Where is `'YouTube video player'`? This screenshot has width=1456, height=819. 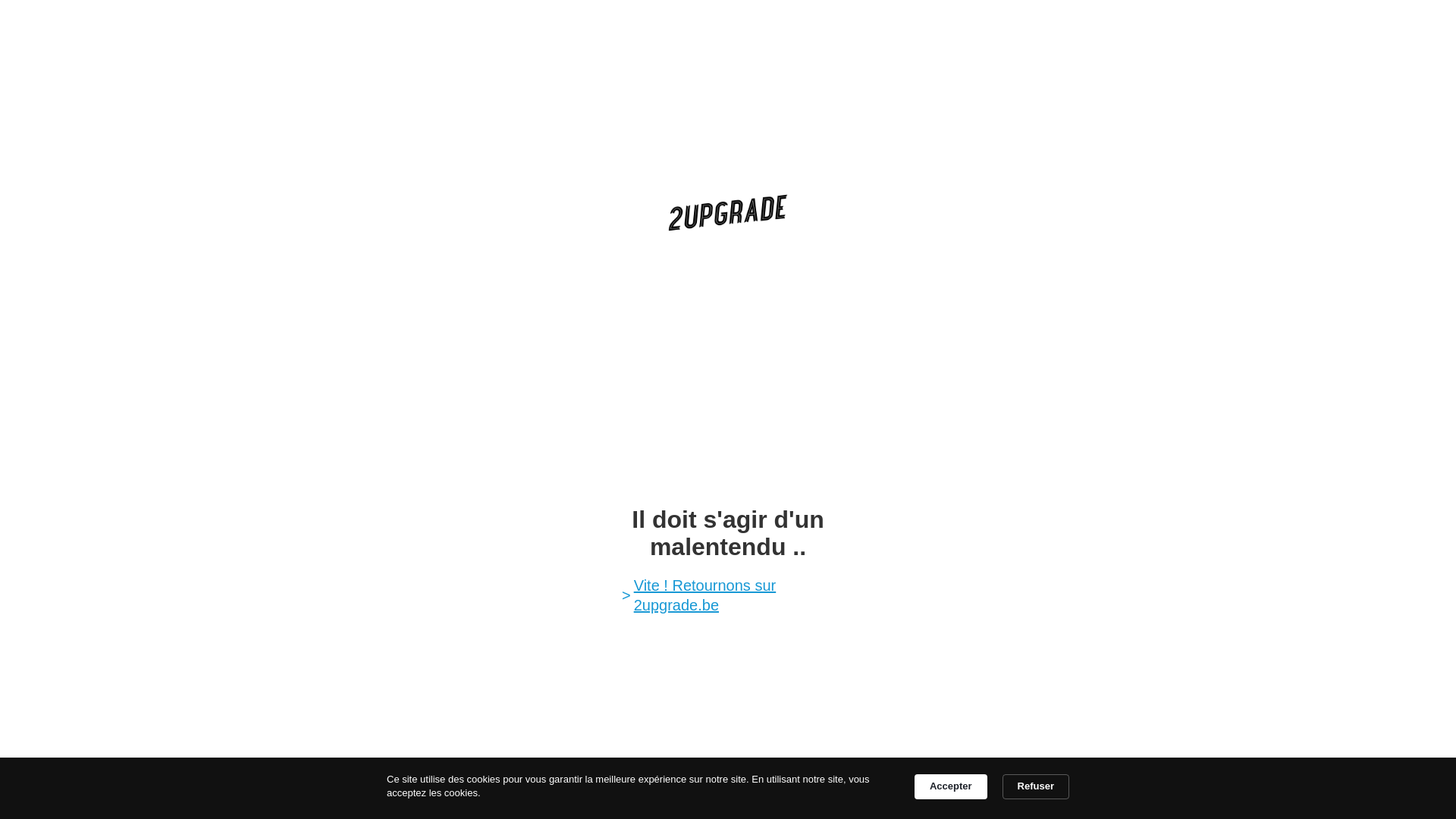
'YouTube video player' is located at coordinates (728, 367).